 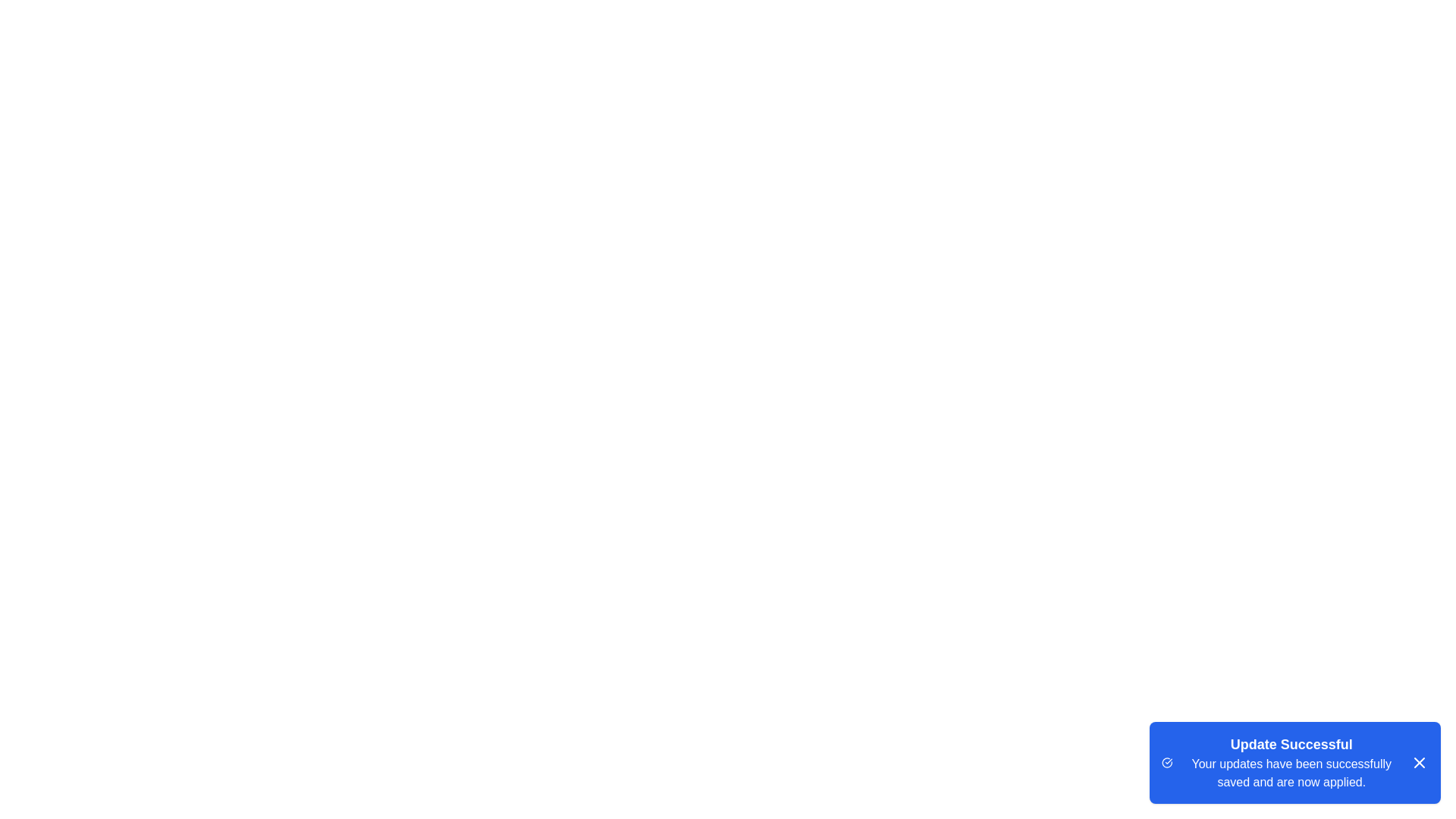 I want to click on the close button of the snackbar to dismiss it, so click(x=1419, y=763).